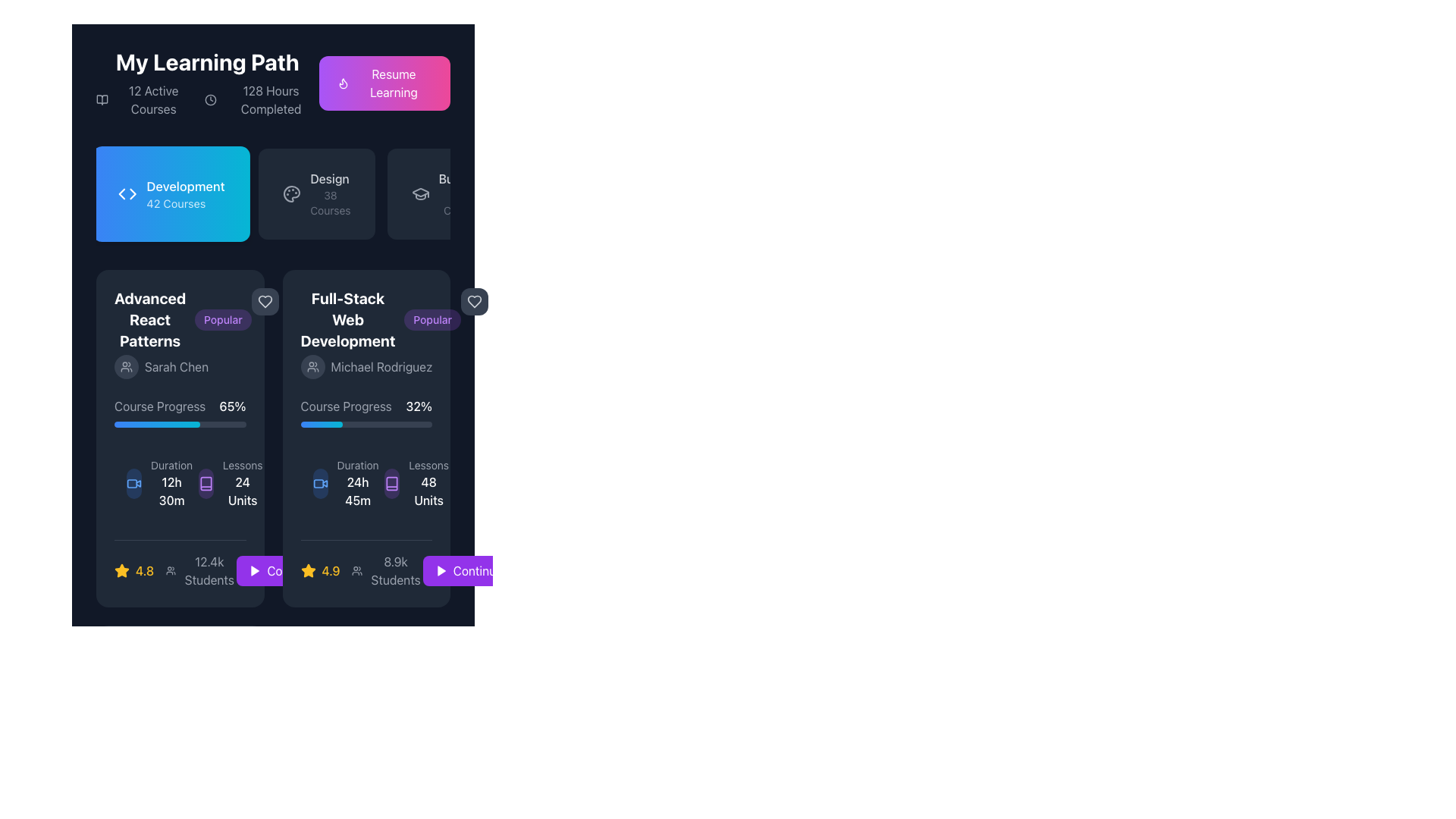 Image resolution: width=1456 pixels, height=819 pixels. Describe the element at coordinates (428, 491) in the screenshot. I see `the '48 Units' text label indicating the total number of lessons available in the 'Full-Stack Web Development' course, located in the 'Lessons 48 Units' section of the card` at that location.